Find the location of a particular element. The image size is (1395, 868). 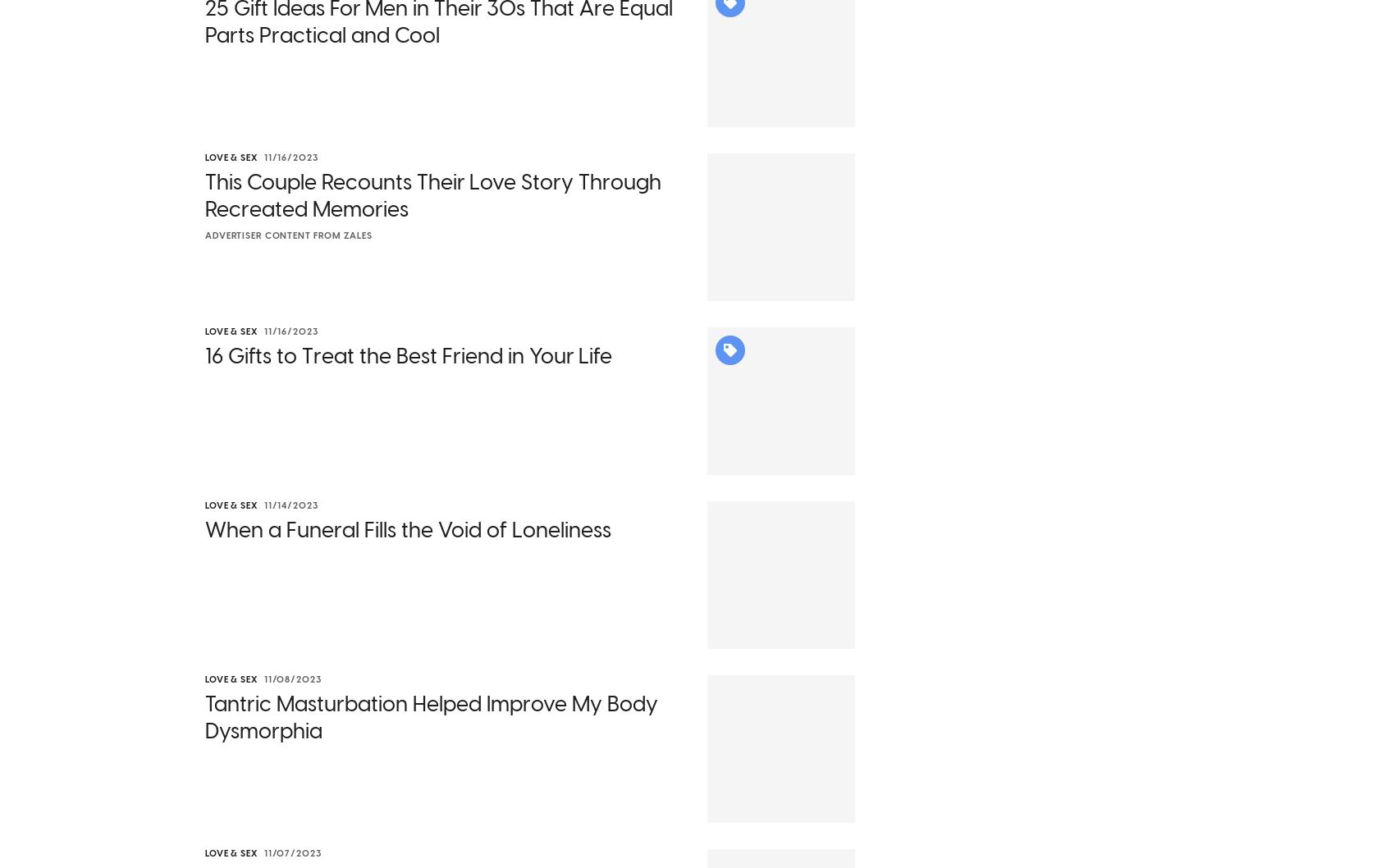

'Child Care Aware of Virginia' is located at coordinates (754, 254).